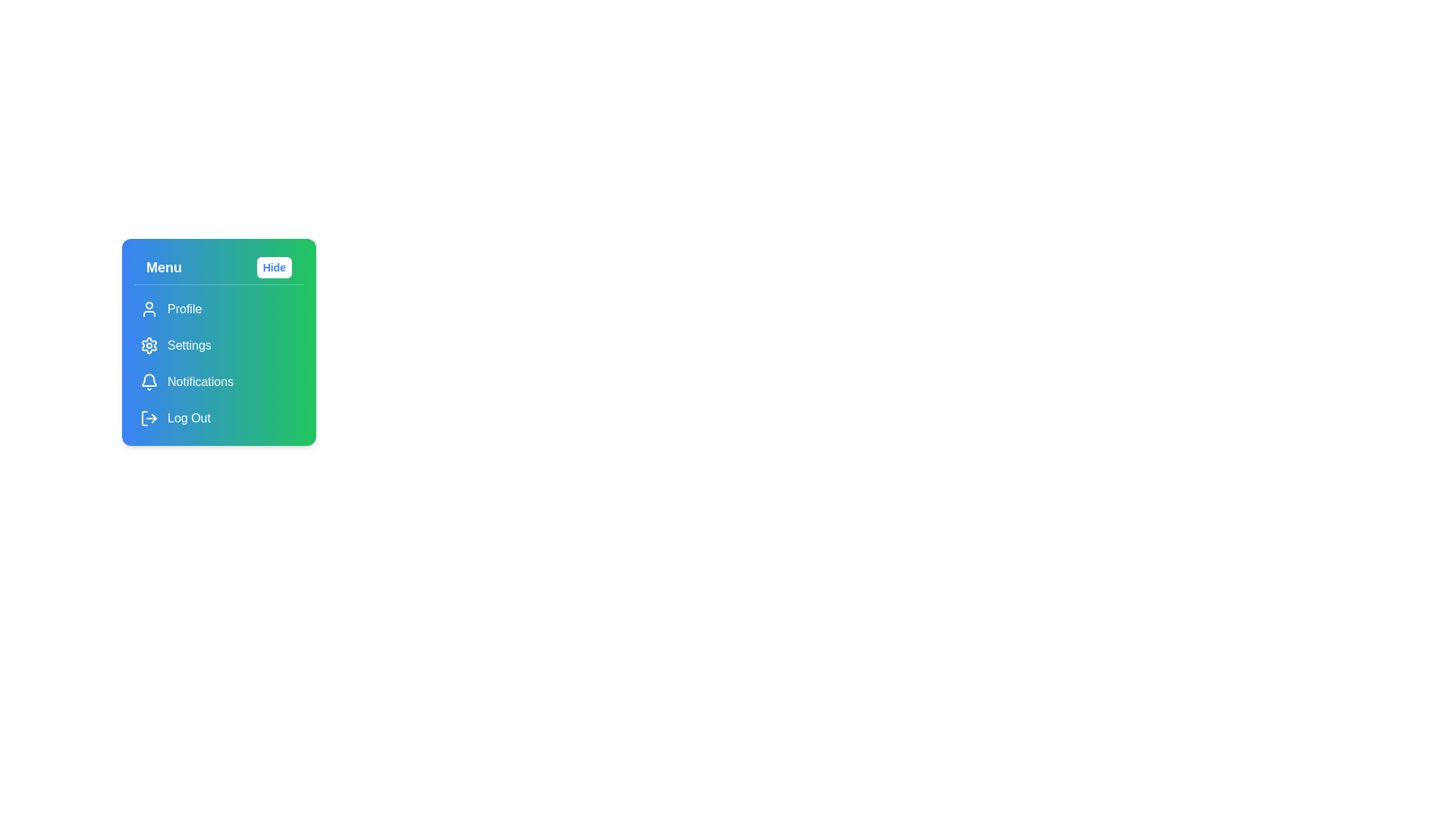  Describe the element at coordinates (149, 381) in the screenshot. I see `the bell icon` at that location.